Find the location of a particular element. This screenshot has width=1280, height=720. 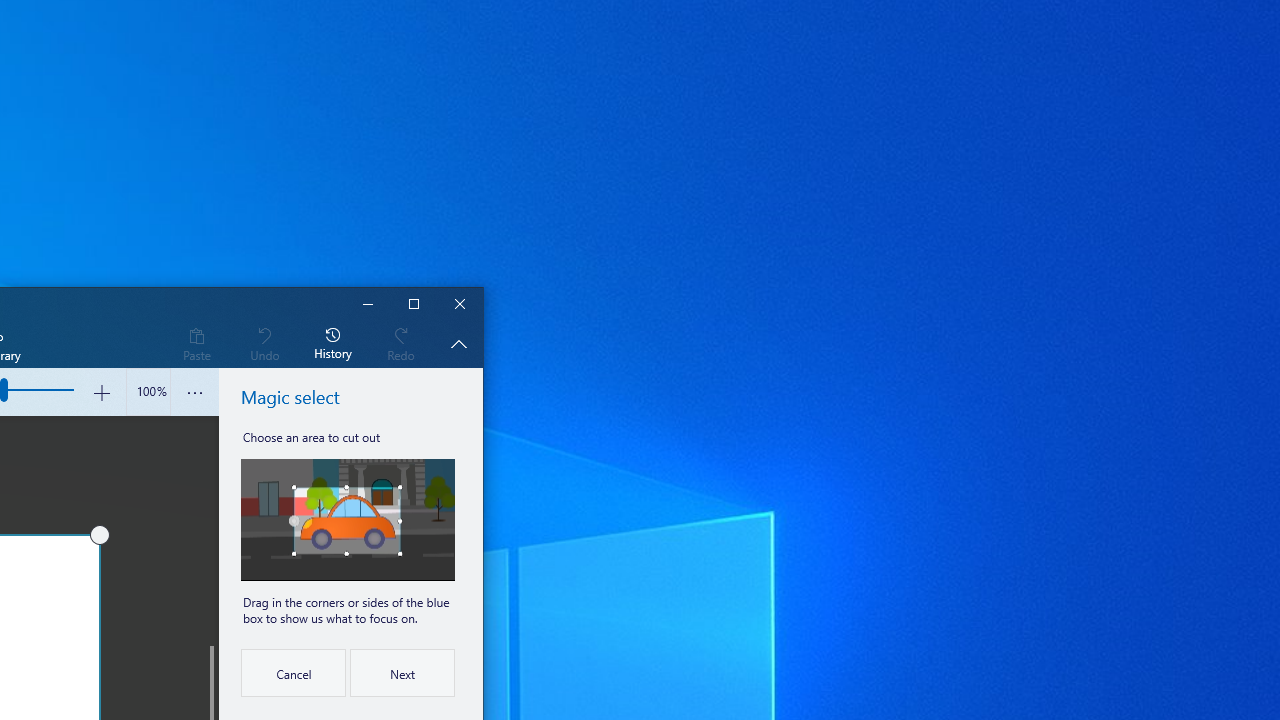

'Paste' is located at coordinates (196, 342).